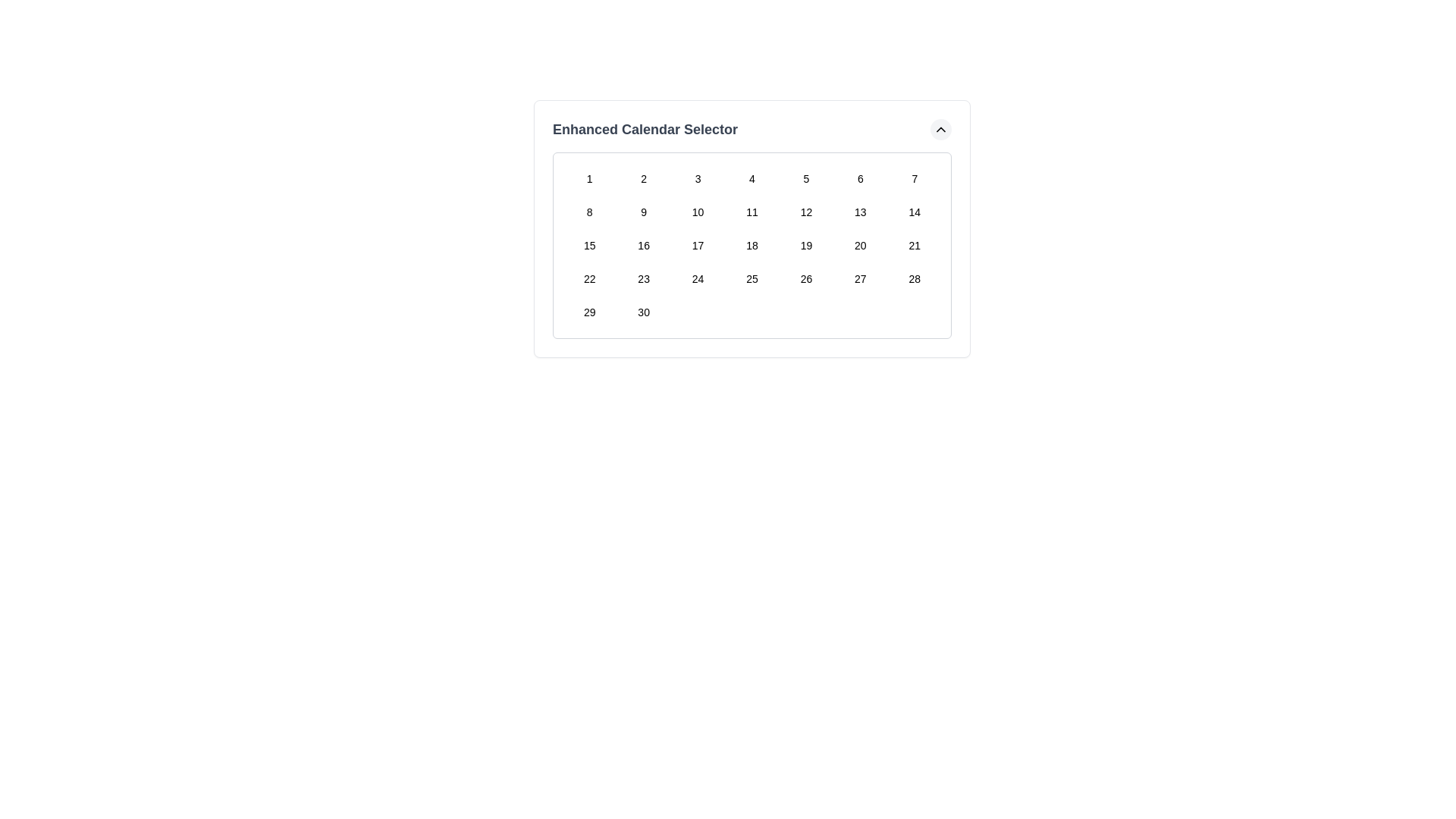 Image resolution: width=1456 pixels, height=819 pixels. Describe the element at coordinates (697, 245) in the screenshot. I see `the button displaying '17' in the Enhanced Calendar Selector grid` at that location.